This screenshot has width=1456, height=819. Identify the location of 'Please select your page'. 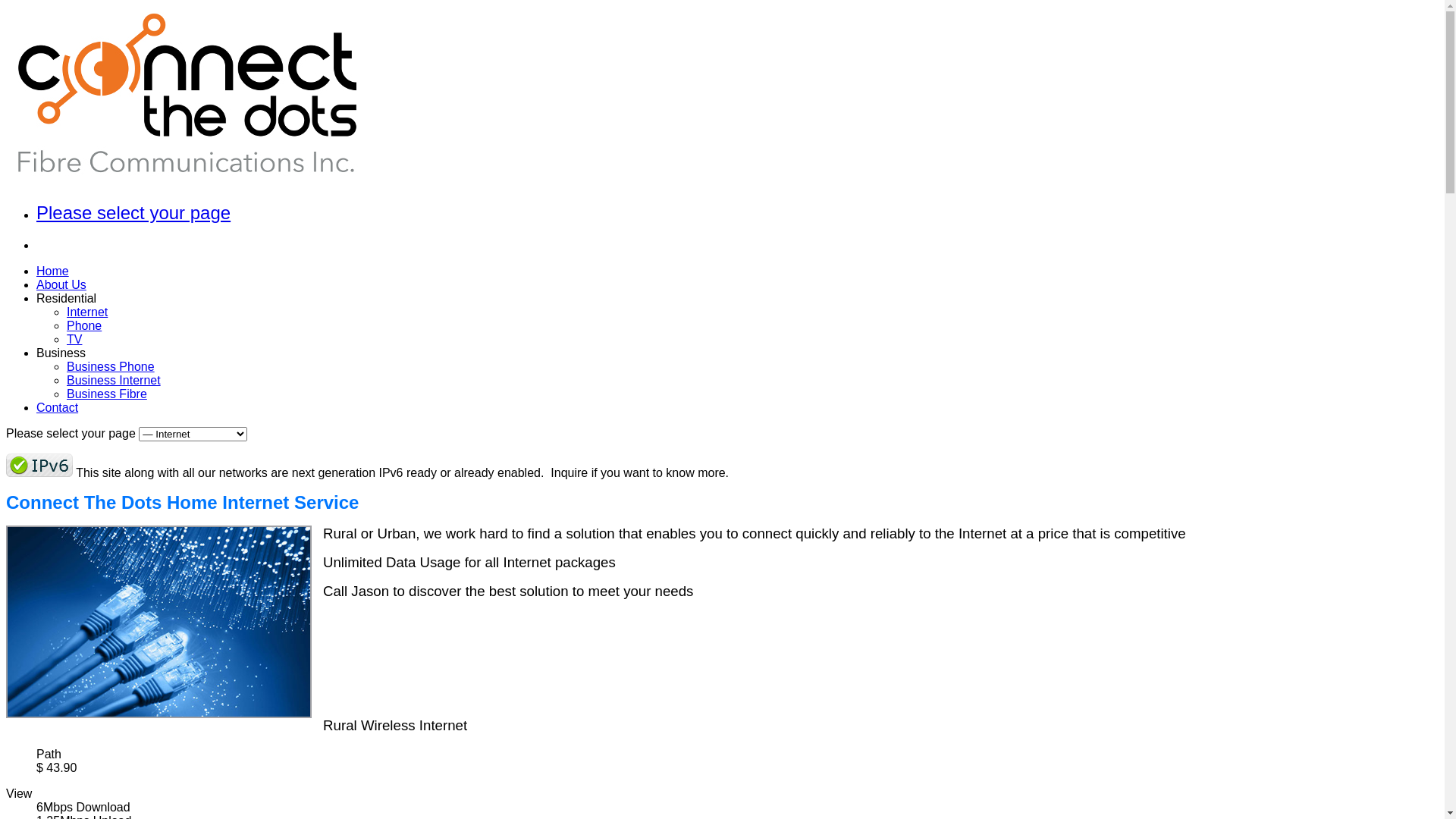
(133, 212).